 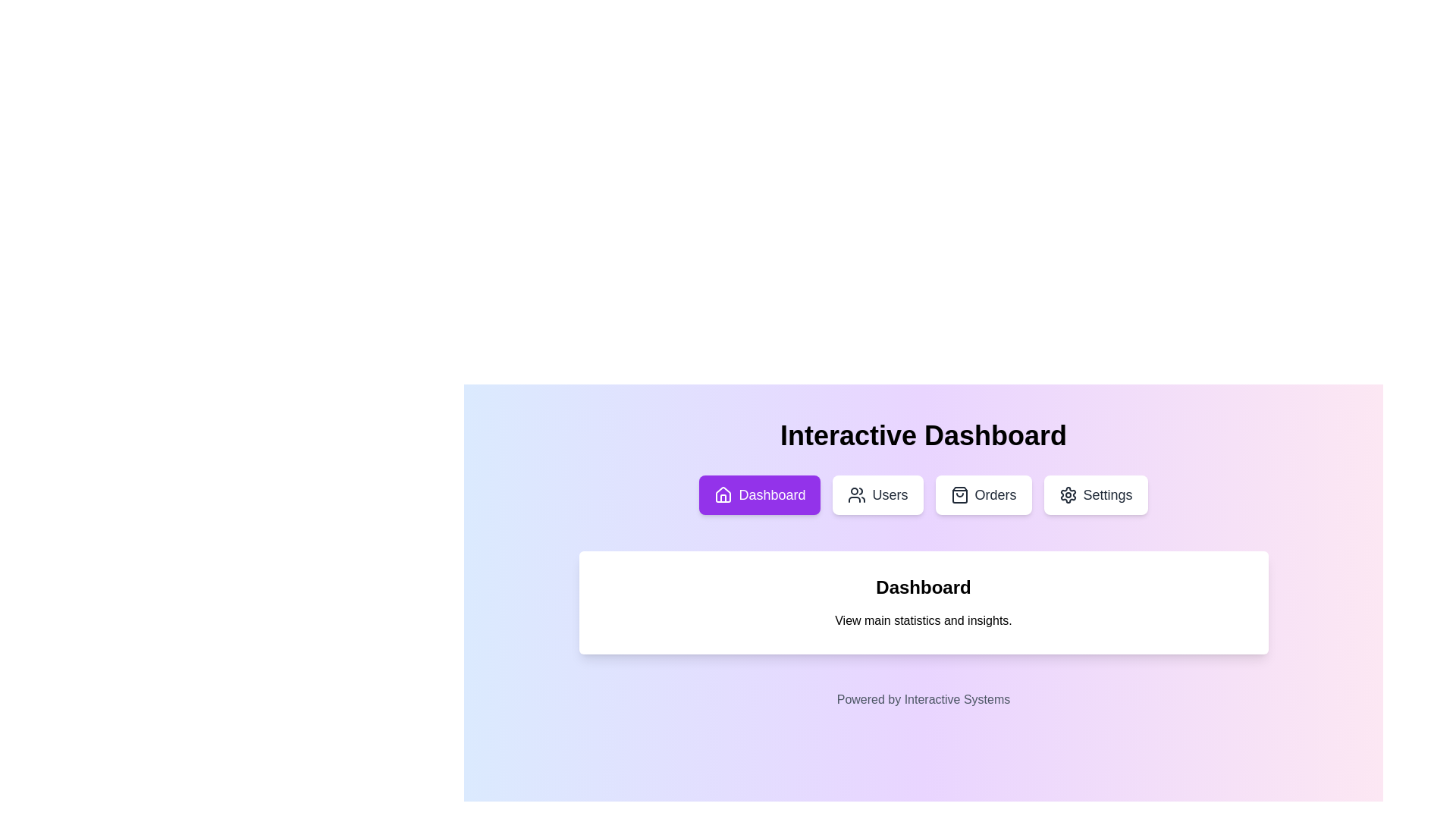 I want to click on the cogwheel-shaped icon inside the 'Settings' button section at the top right of the navigation bar, so click(x=1067, y=494).